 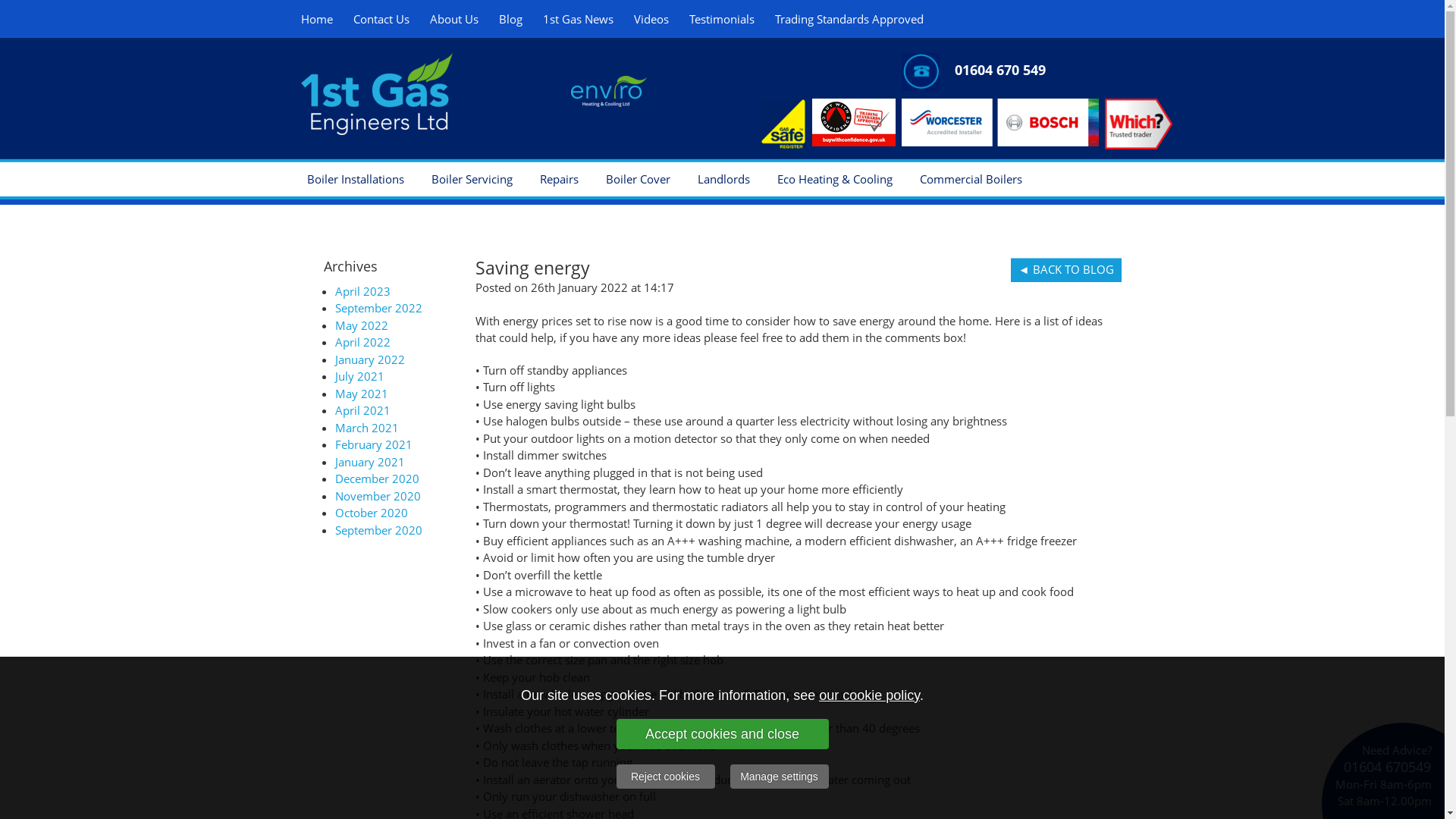 I want to click on 'Trading Standards Approved', so click(x=848, y=18).